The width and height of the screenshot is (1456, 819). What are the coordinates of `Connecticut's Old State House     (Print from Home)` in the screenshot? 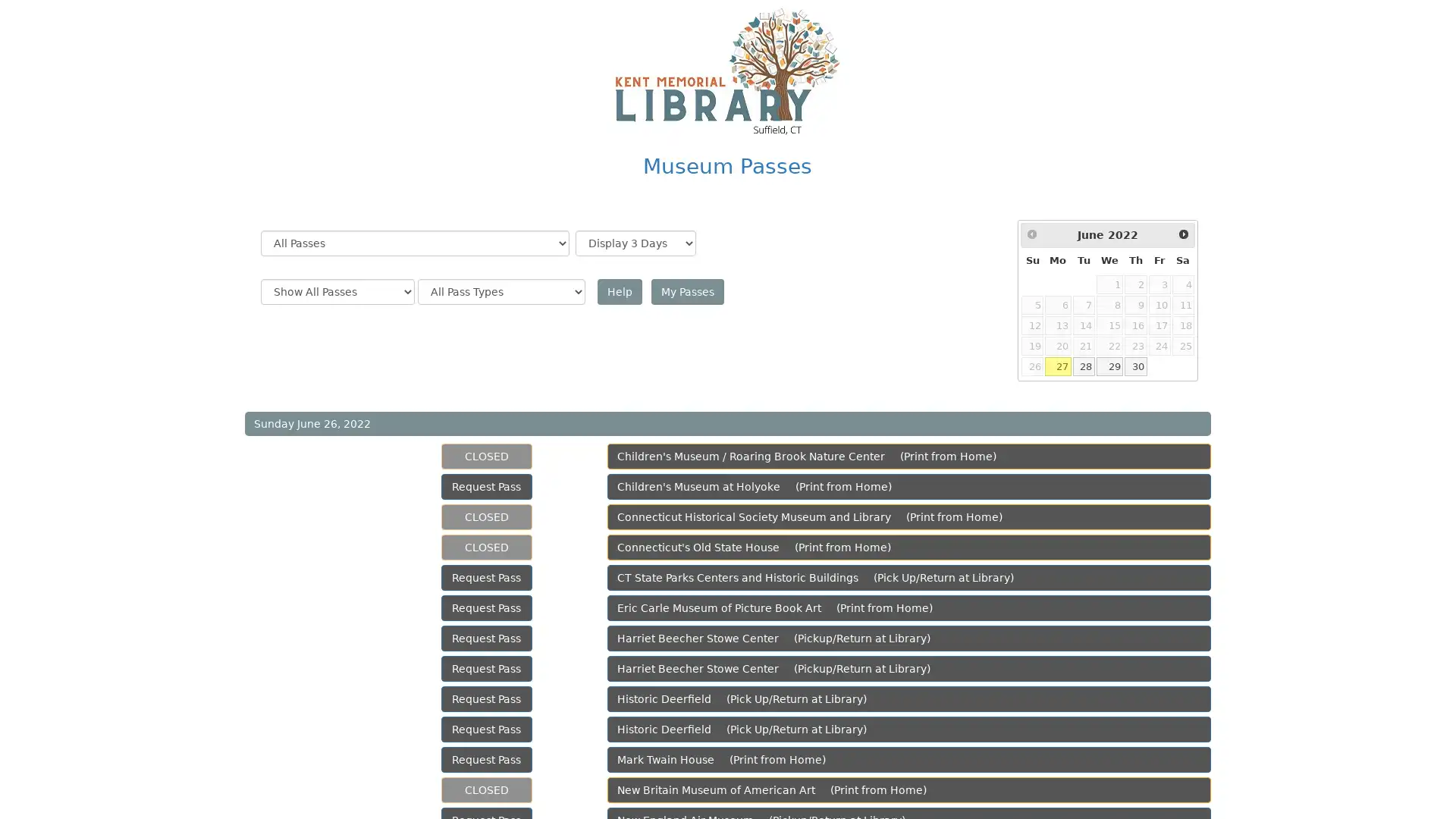 It's located at (908, 547).